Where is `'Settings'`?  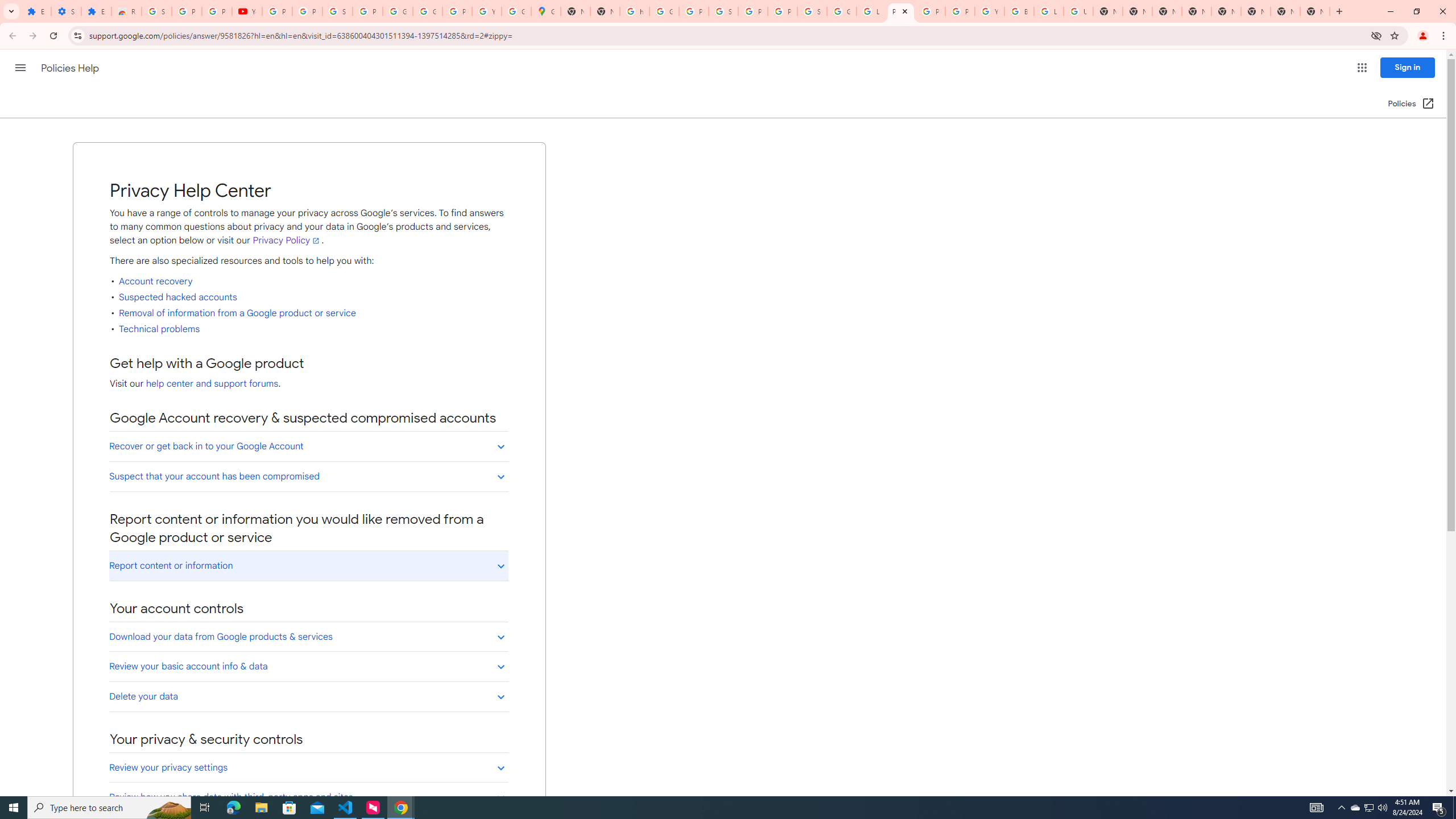 'Settings' is located at coordinates (65, 11).